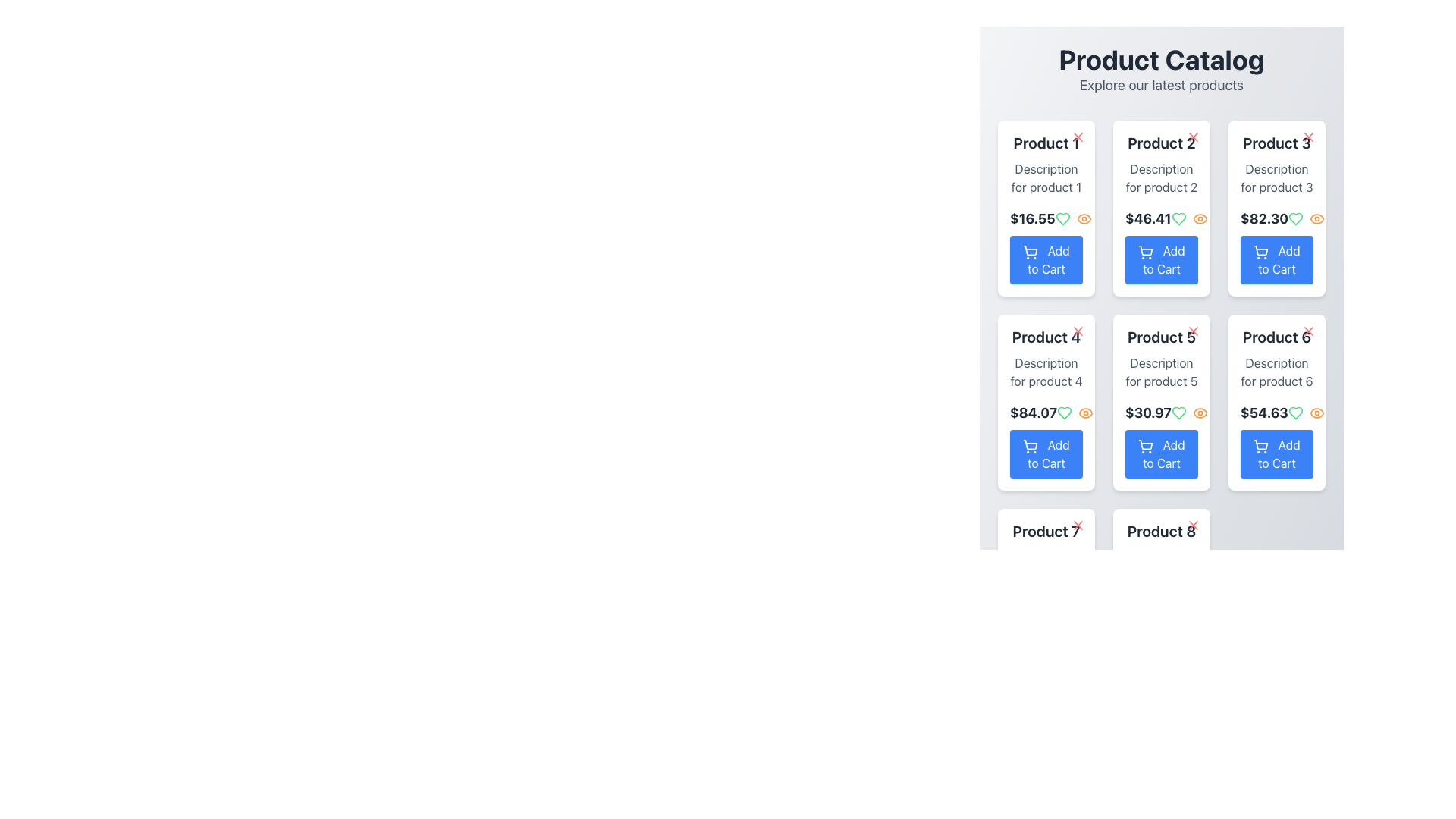  Describe the element at coordinates (1160, 372) in the screenshot. I see `text label displaying 'Description for product 5' in gray font, located below the product name 'Product 5' and above the price '$30.97'` at that location.